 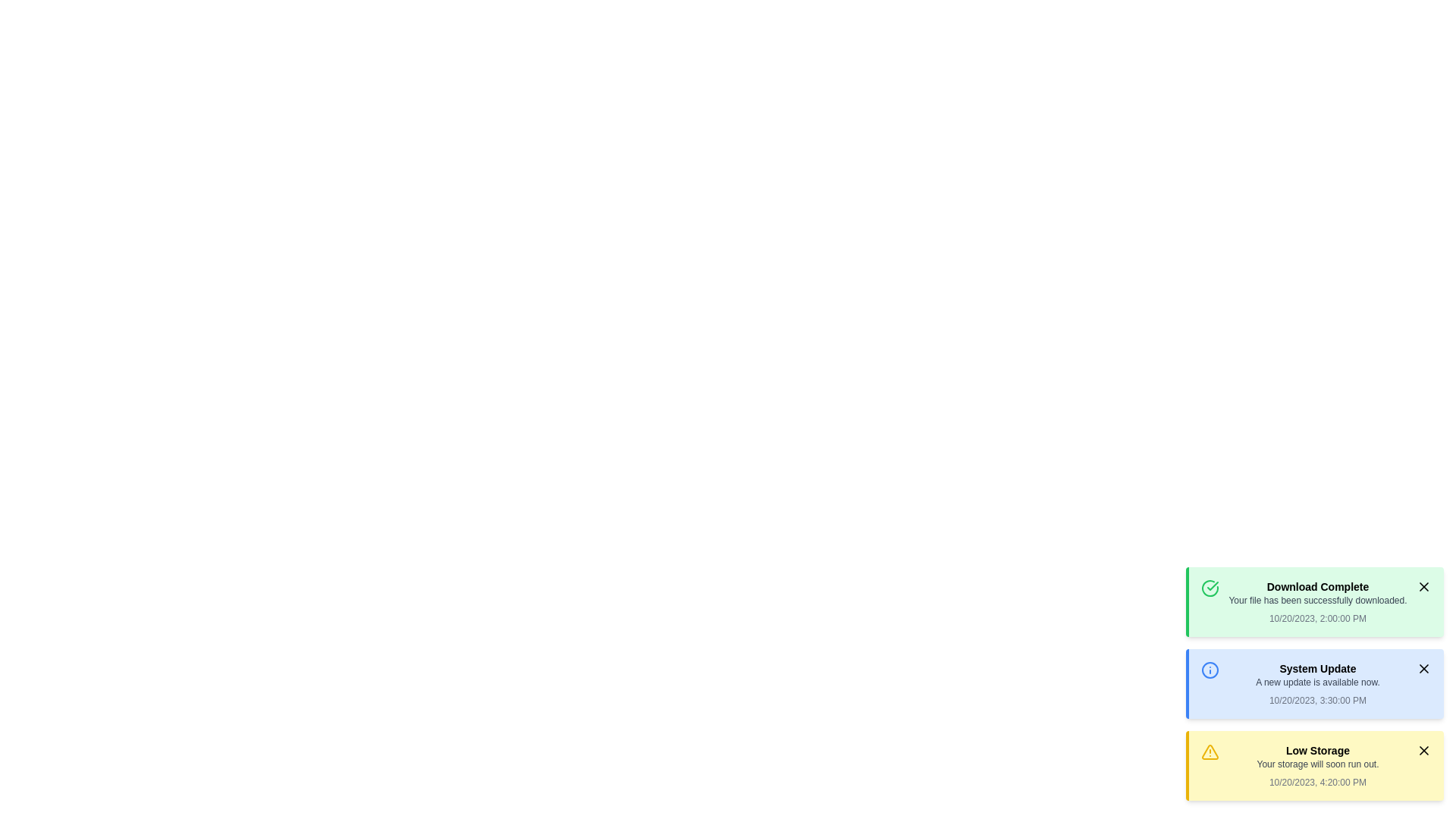 I want to click on the downward-pointing triangular icon with a yellow fill and outline, located within the 'Low Storage' notification box, so click(x=1209, y=752).